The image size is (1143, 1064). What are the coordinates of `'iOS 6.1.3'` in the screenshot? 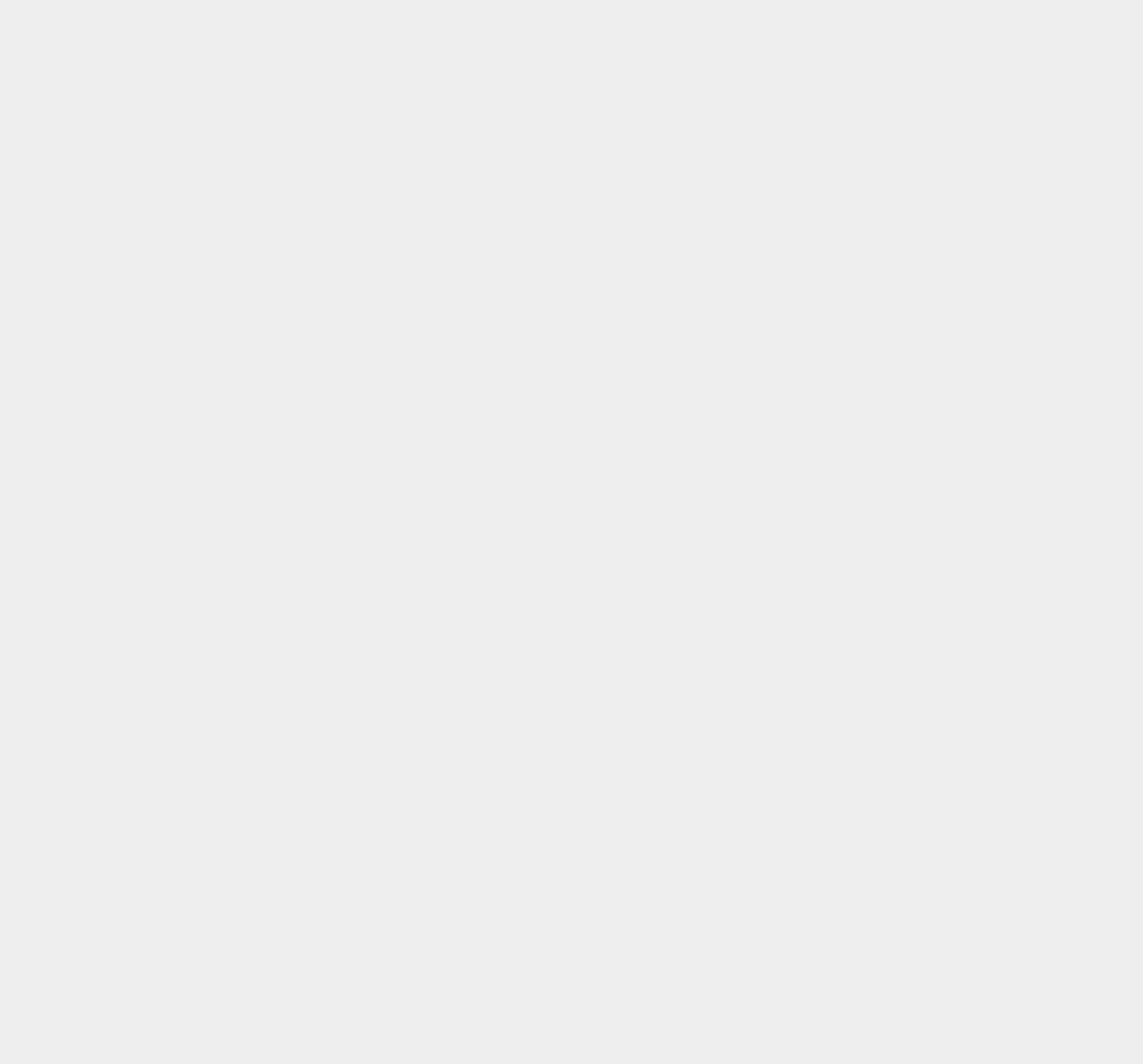 It's located at (834, 258).